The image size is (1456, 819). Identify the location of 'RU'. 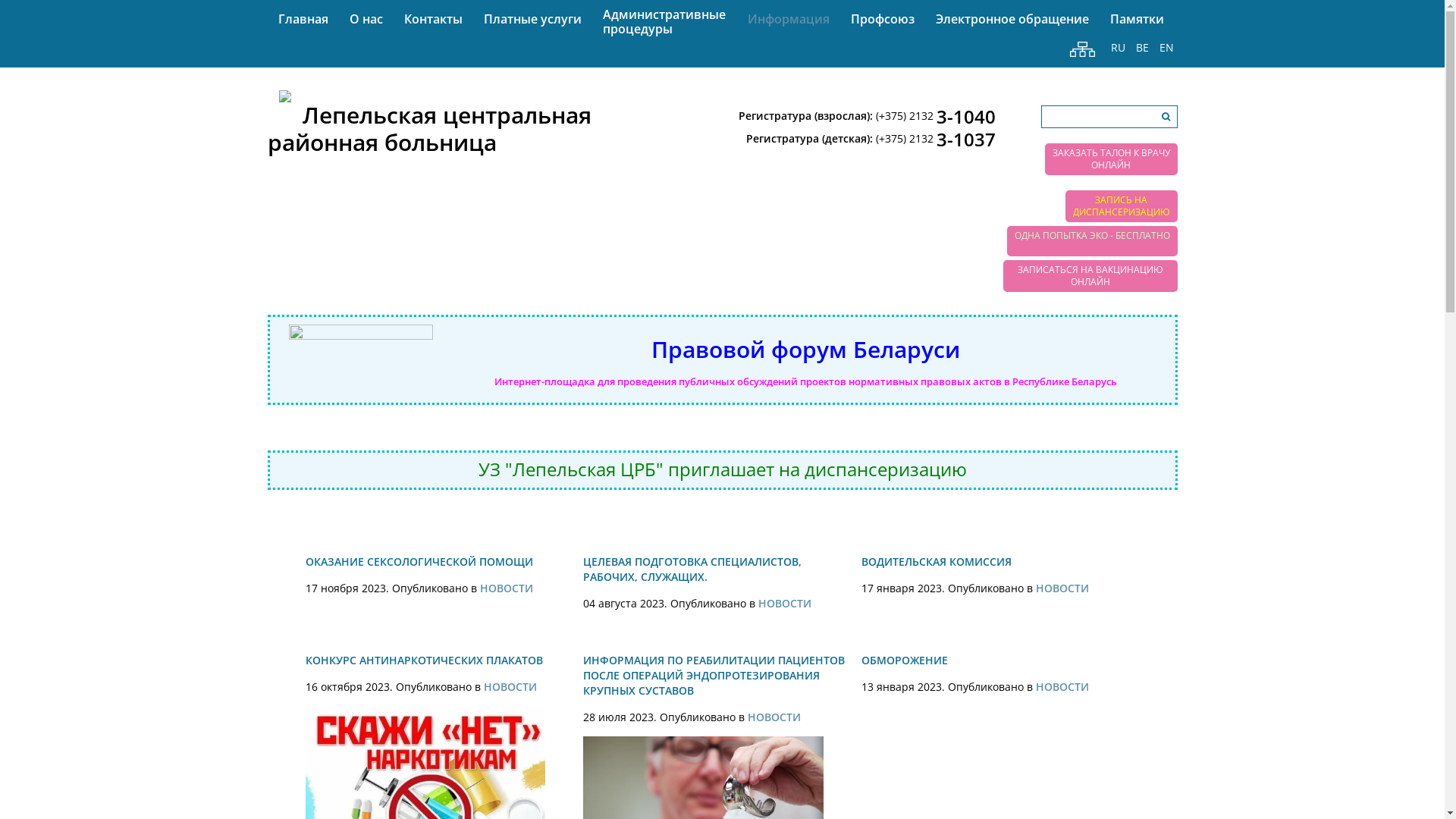
(1118, 47).